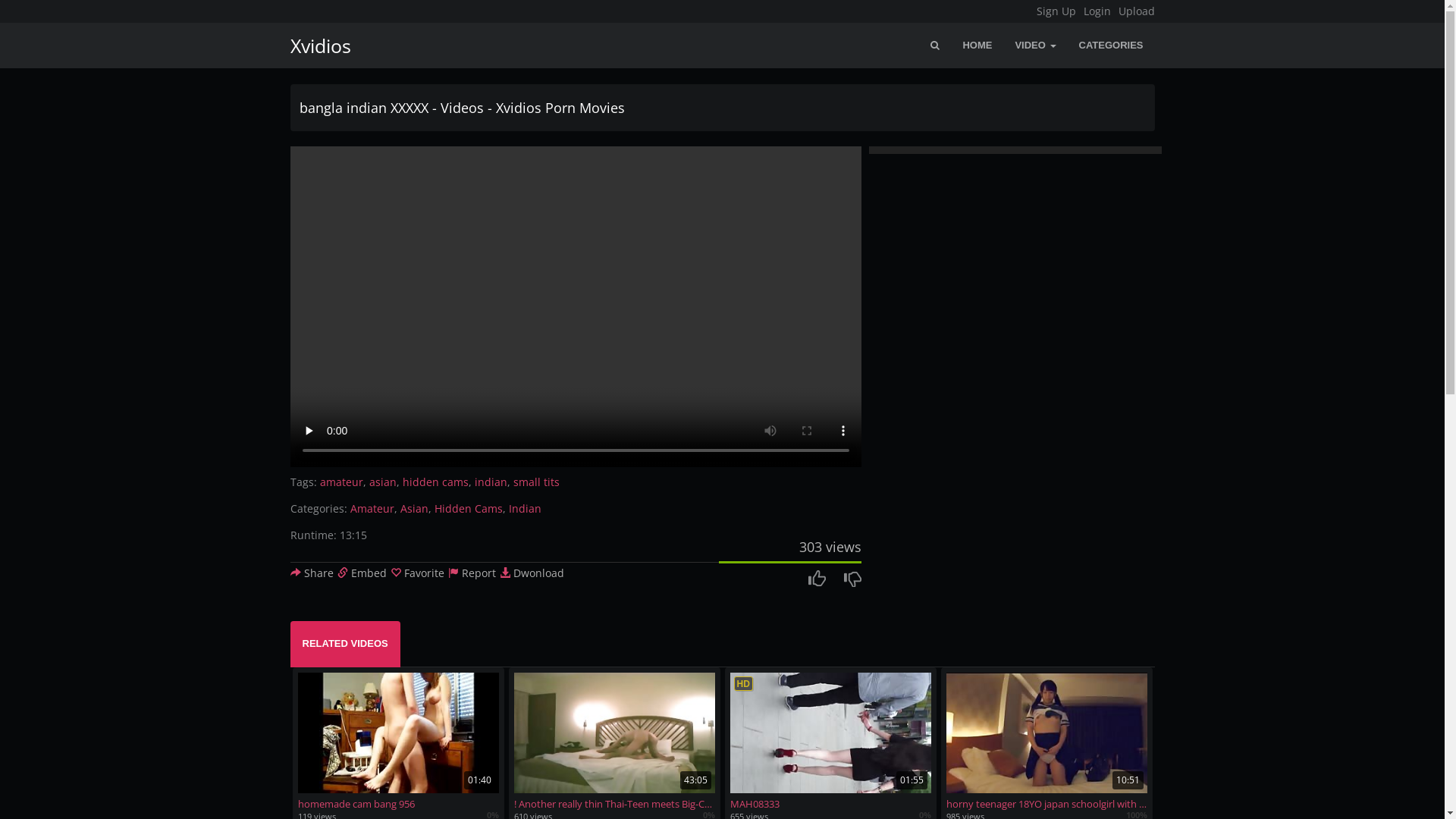 The image size is (1456, 819). What do you see at coordinates (535, 482) in the screenshot?
I see `'small tits'` at bounding box center [535, 482].